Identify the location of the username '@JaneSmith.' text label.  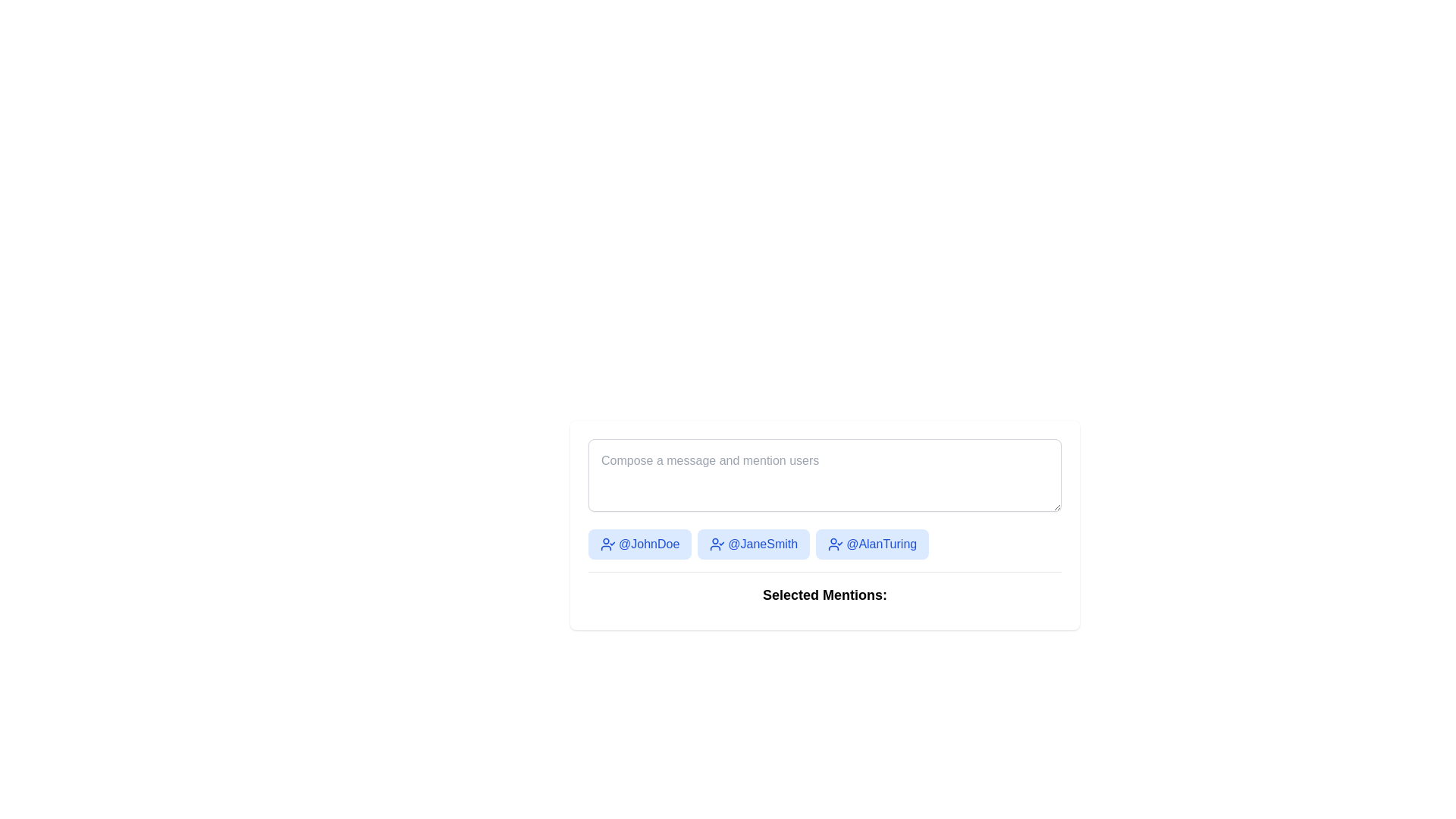
(763, 543).